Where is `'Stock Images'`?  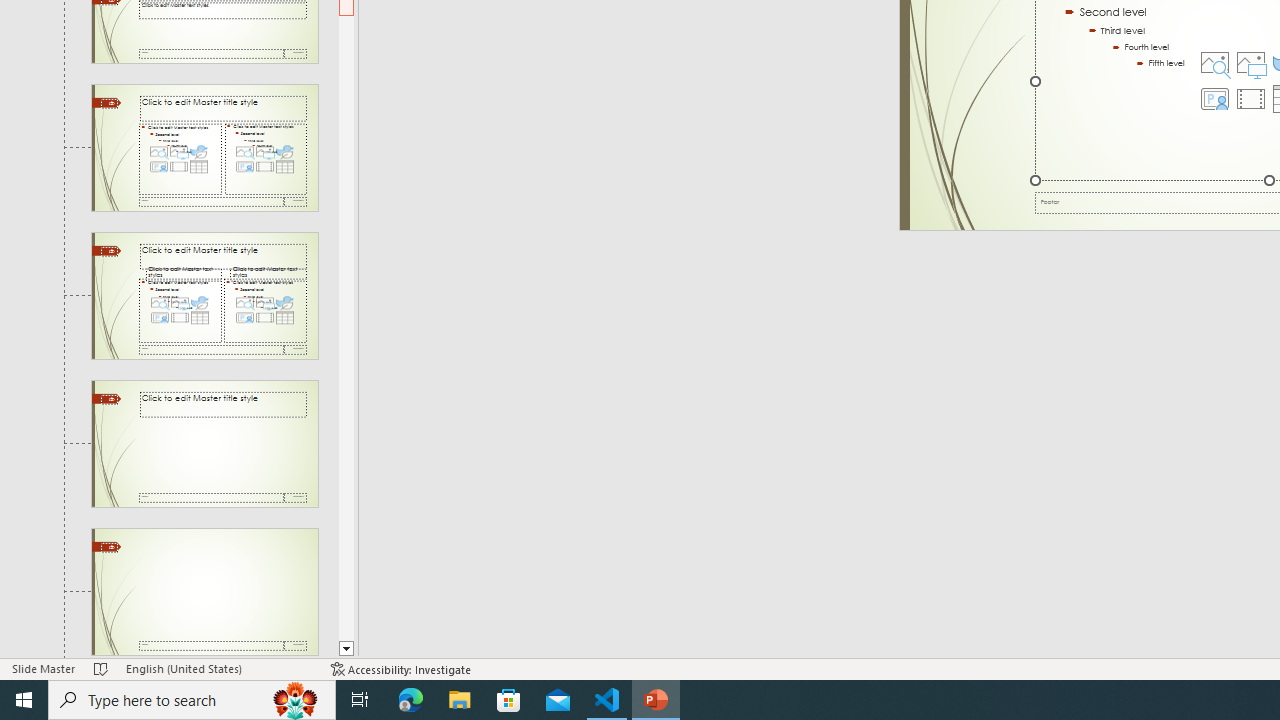
'Stock Images' is located at coordinates (1214, 61).